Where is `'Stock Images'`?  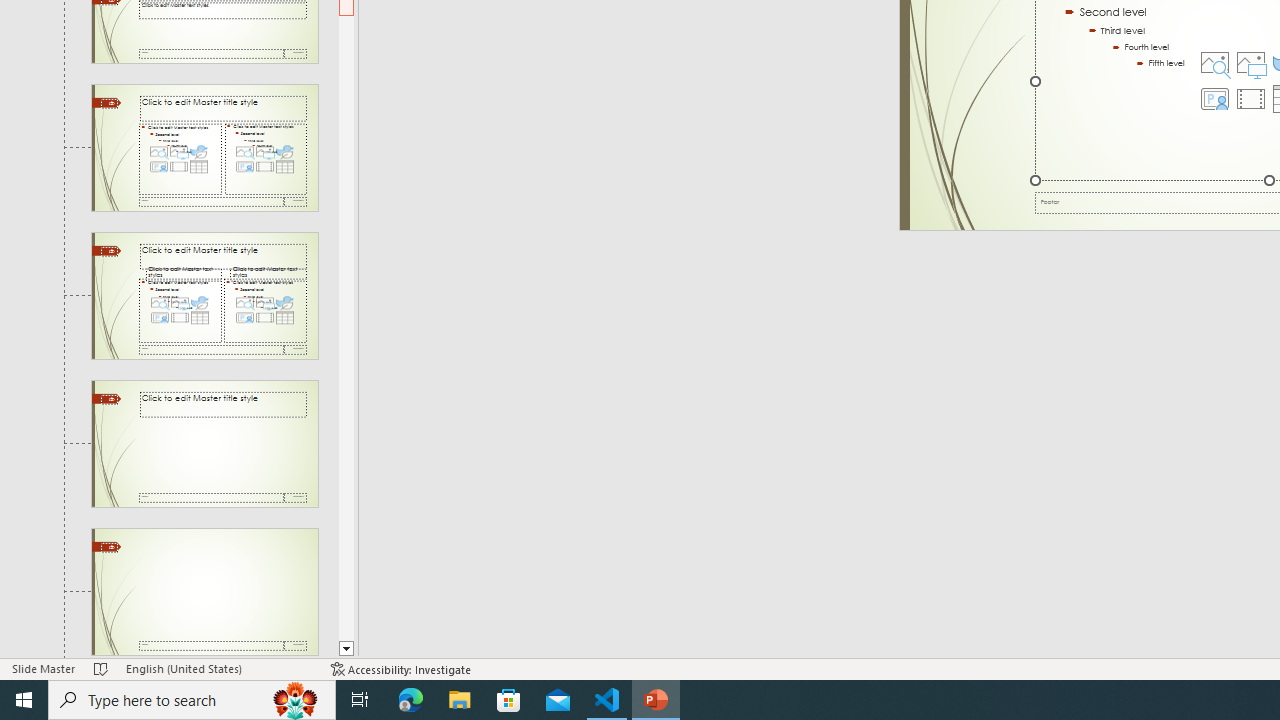
'Stock Images' is located at coordinates (1214, 61).